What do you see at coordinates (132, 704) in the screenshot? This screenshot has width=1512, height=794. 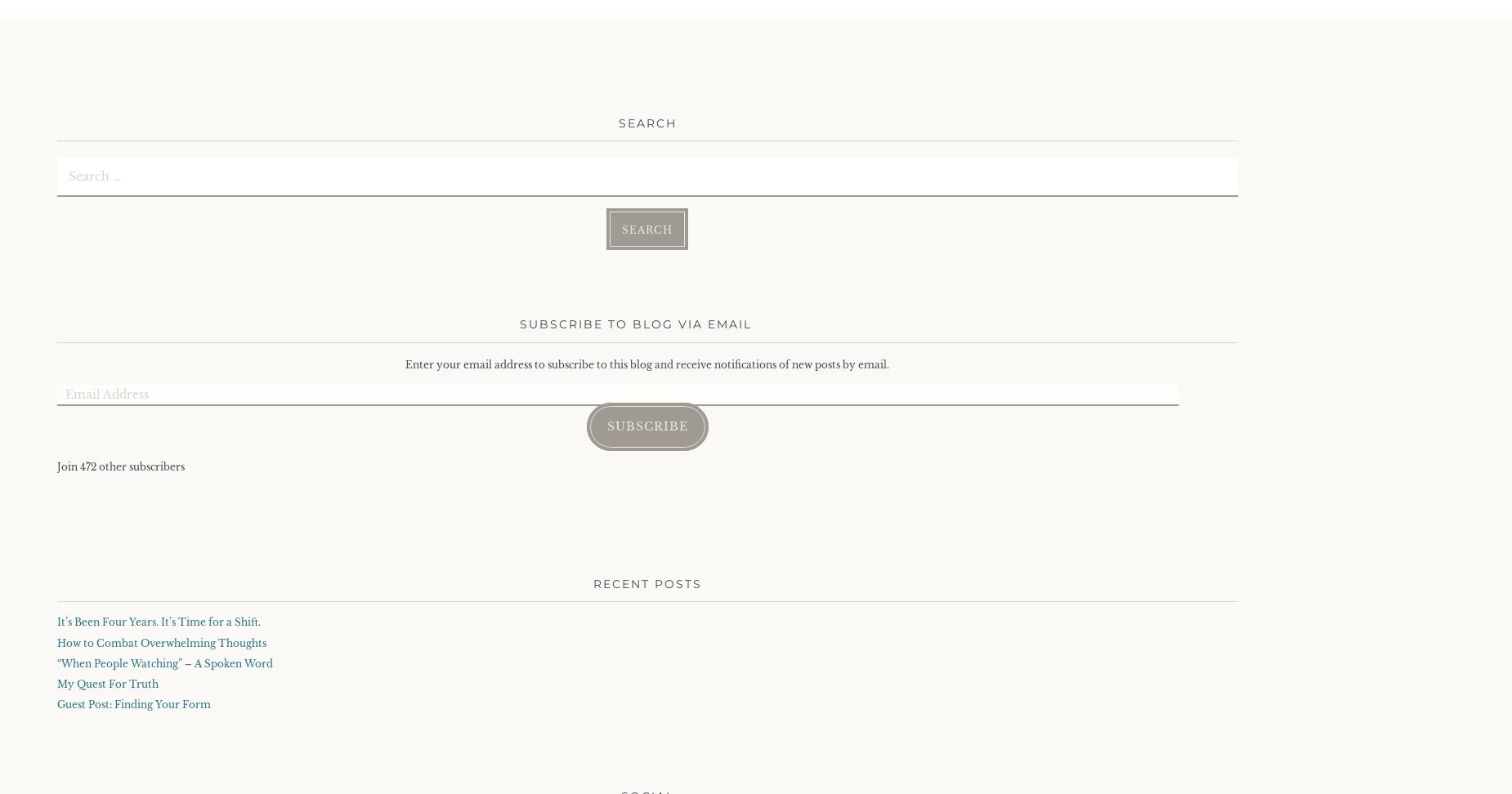 I see `'Guest Post: Finding Your Form'` at bounding box center [132, 704].